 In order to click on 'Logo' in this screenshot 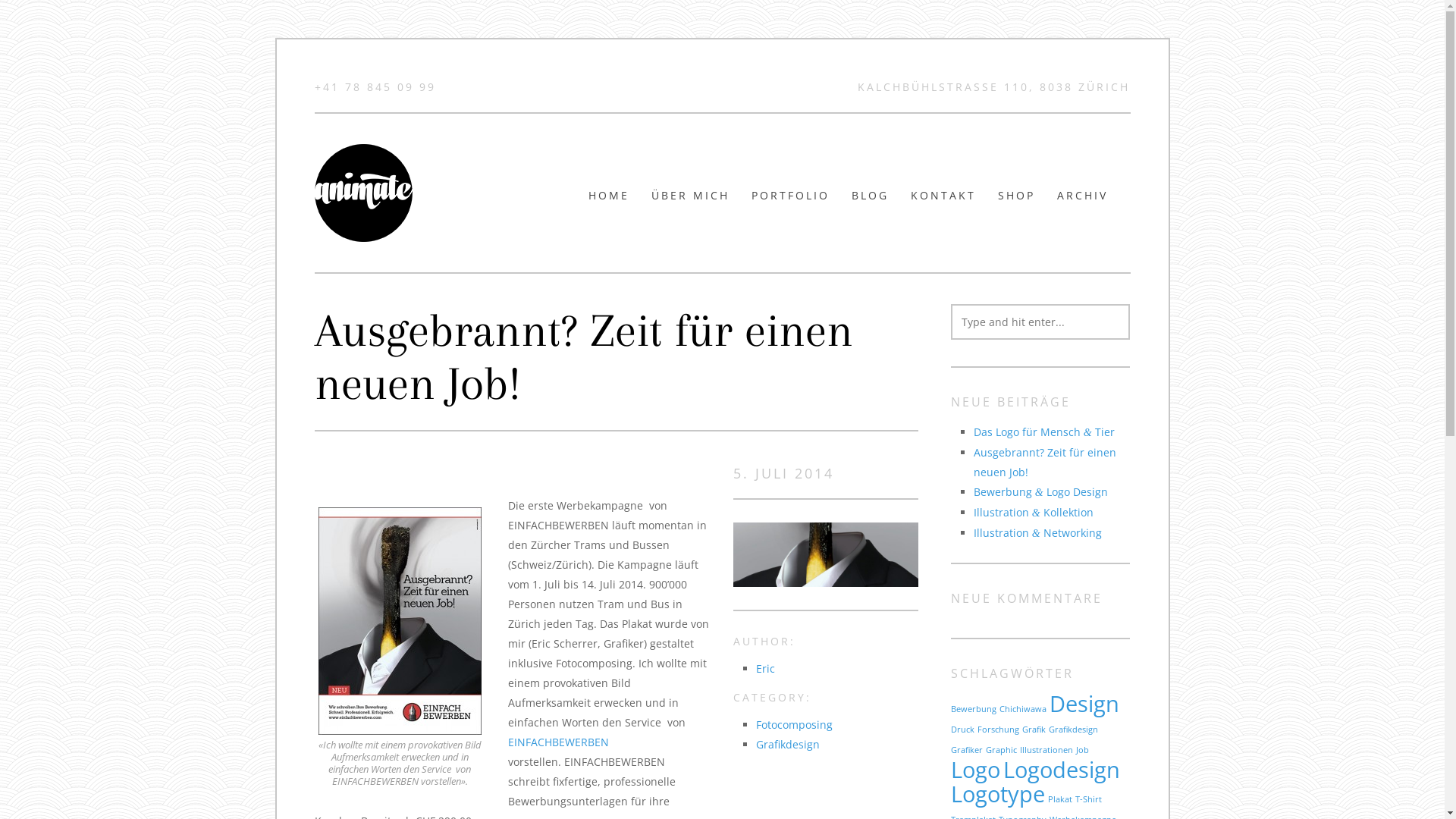, I will do `click(975, 769)`.